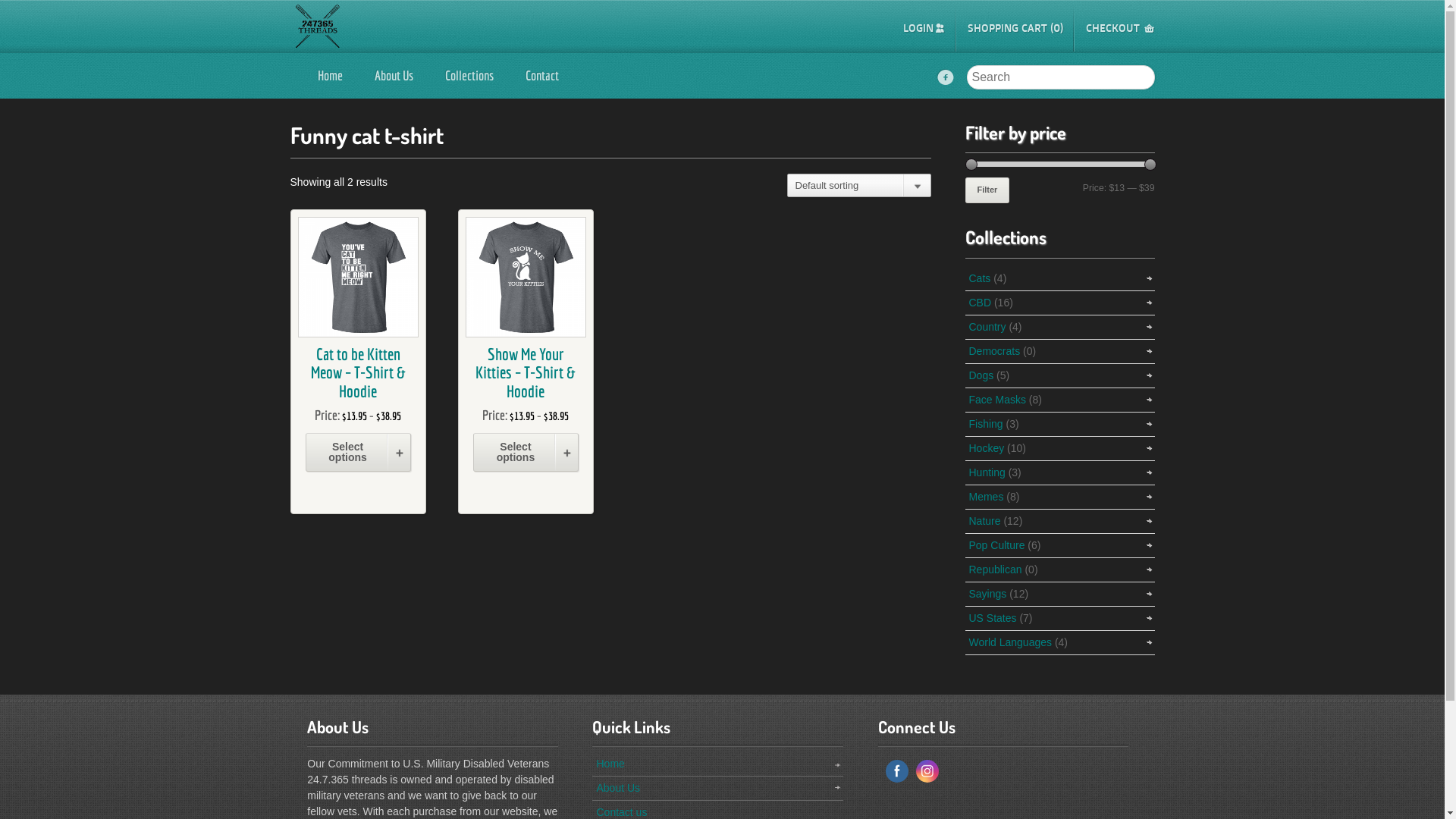 This screenshot has height=819, width=1456. Describe the element at coordinates (987, 447) in the screenshot. I see `'Hockey'` at that location.